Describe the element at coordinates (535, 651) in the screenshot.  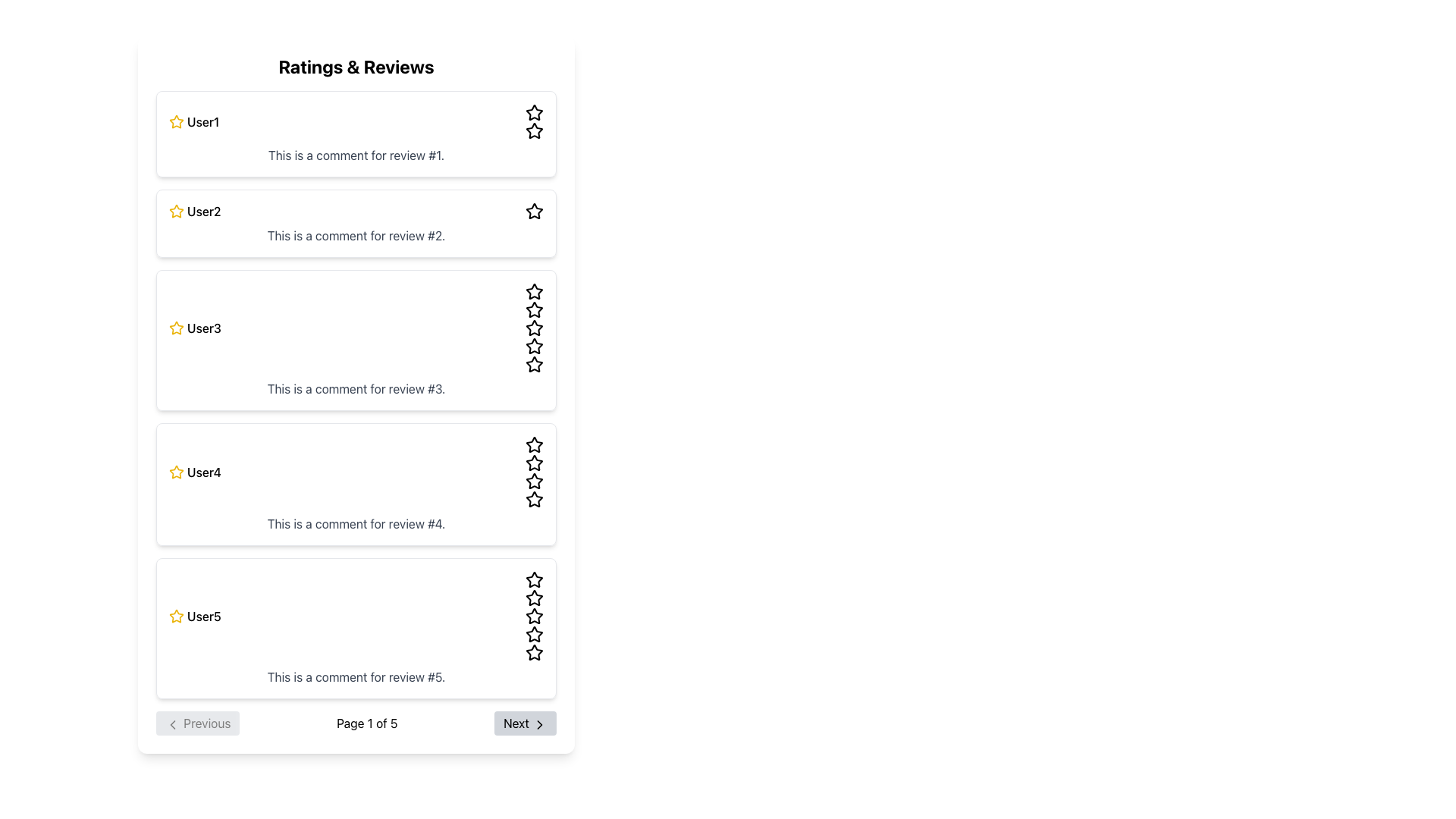
I see `the fifth star icon to rate the comment from 'User5' located at the bottom of the visible card list` at that location.